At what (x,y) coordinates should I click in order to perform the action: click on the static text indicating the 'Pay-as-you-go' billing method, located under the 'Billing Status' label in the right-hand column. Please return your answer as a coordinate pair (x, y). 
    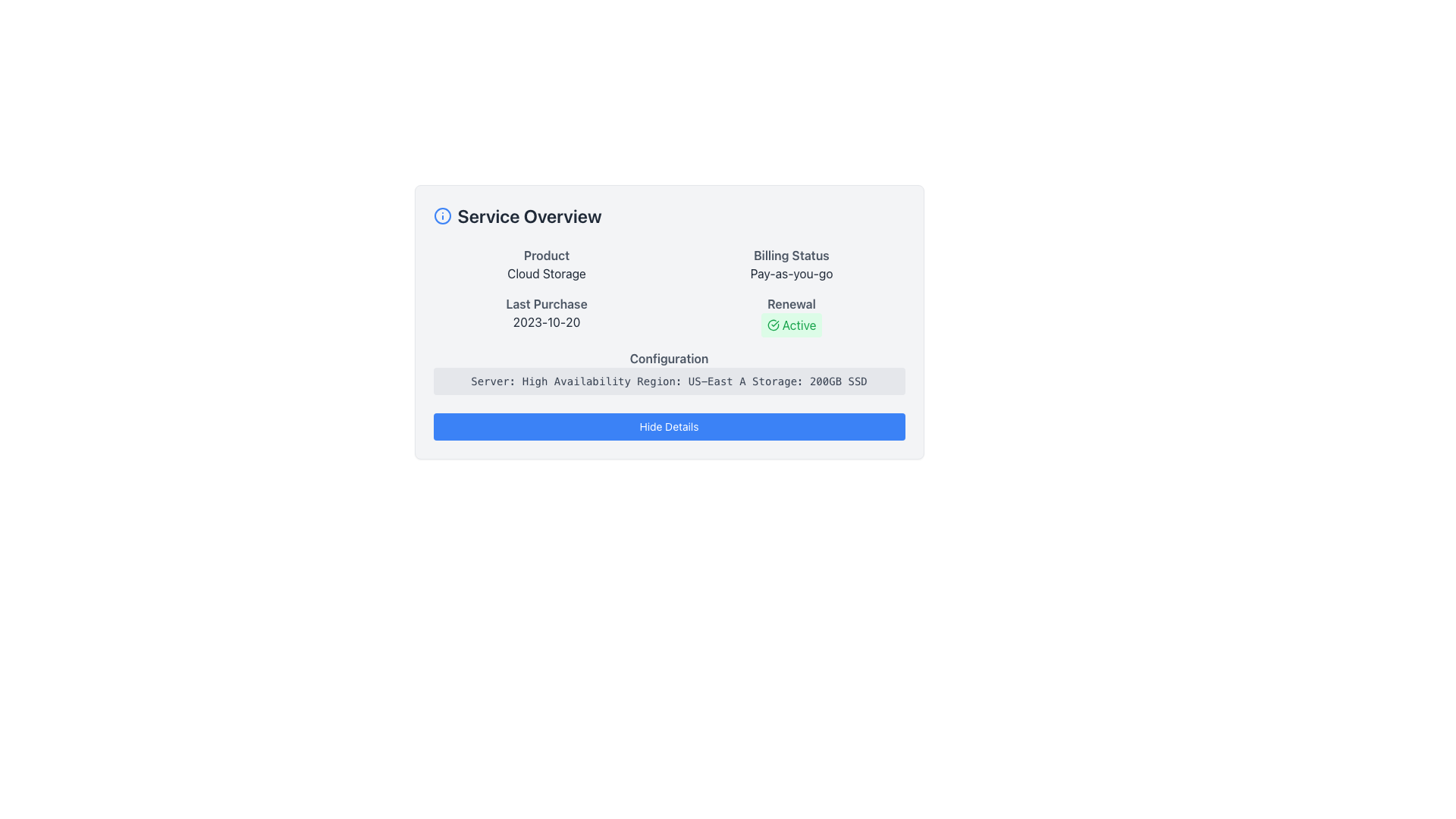
    Looking at the image, I should click on (790, 274).